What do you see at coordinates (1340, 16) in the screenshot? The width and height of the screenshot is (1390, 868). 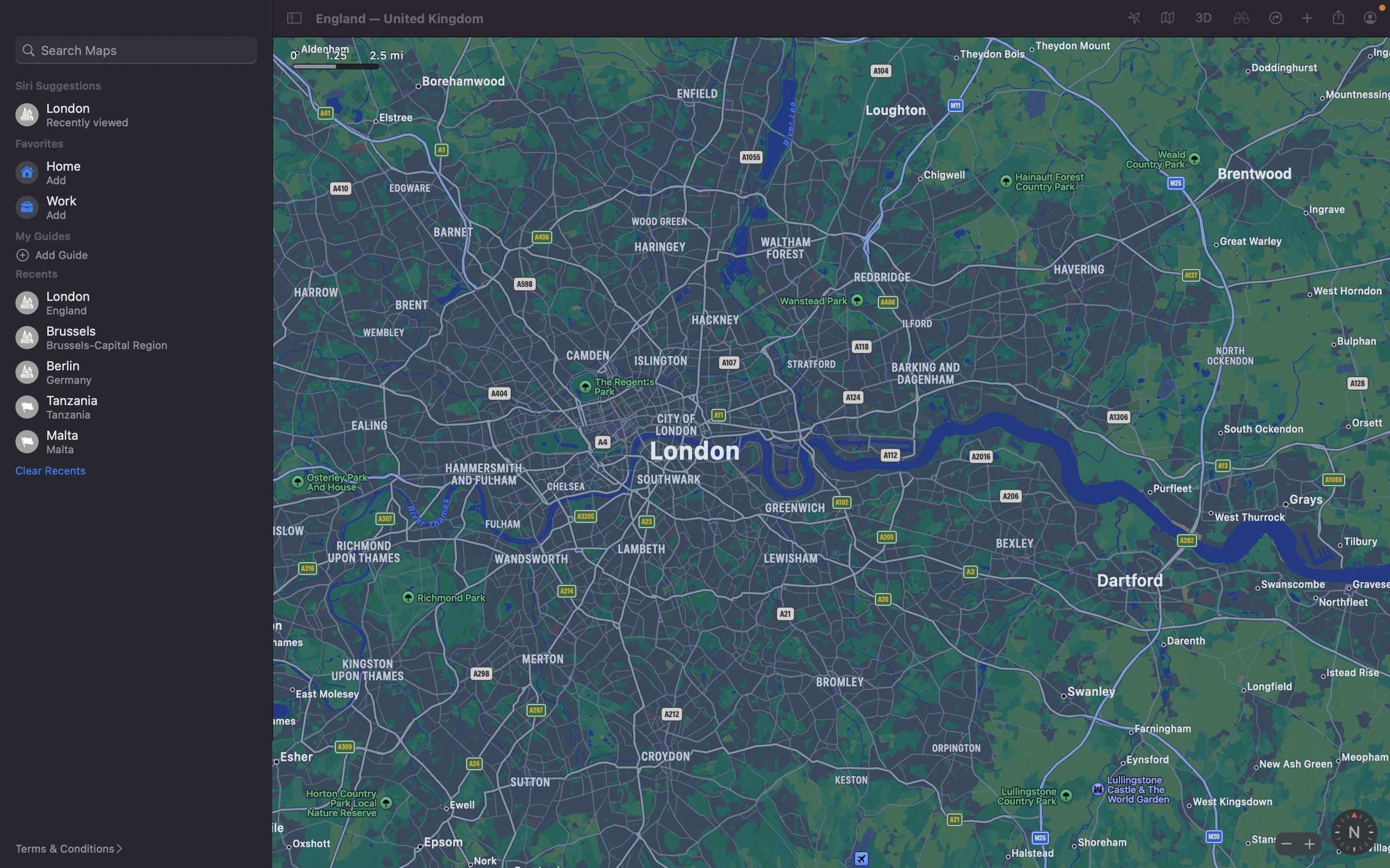 I see `Release the present cartographic point` at bounding box center [1340, 16].